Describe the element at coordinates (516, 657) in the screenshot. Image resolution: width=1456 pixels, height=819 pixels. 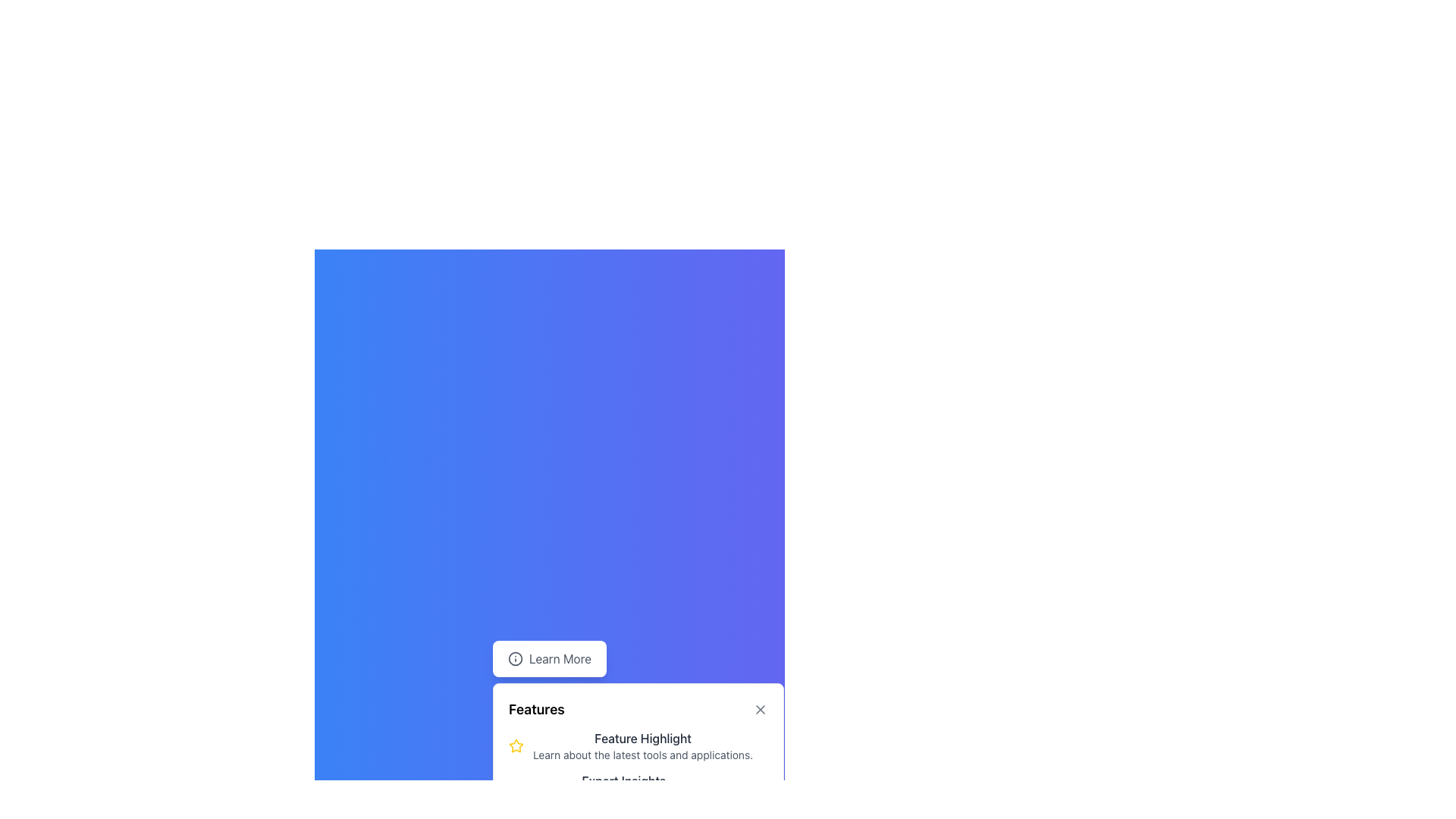
I see `the Circle SVG element that is part of an informational icon, located near interactive elements like the 'Learn More' button` at that location.